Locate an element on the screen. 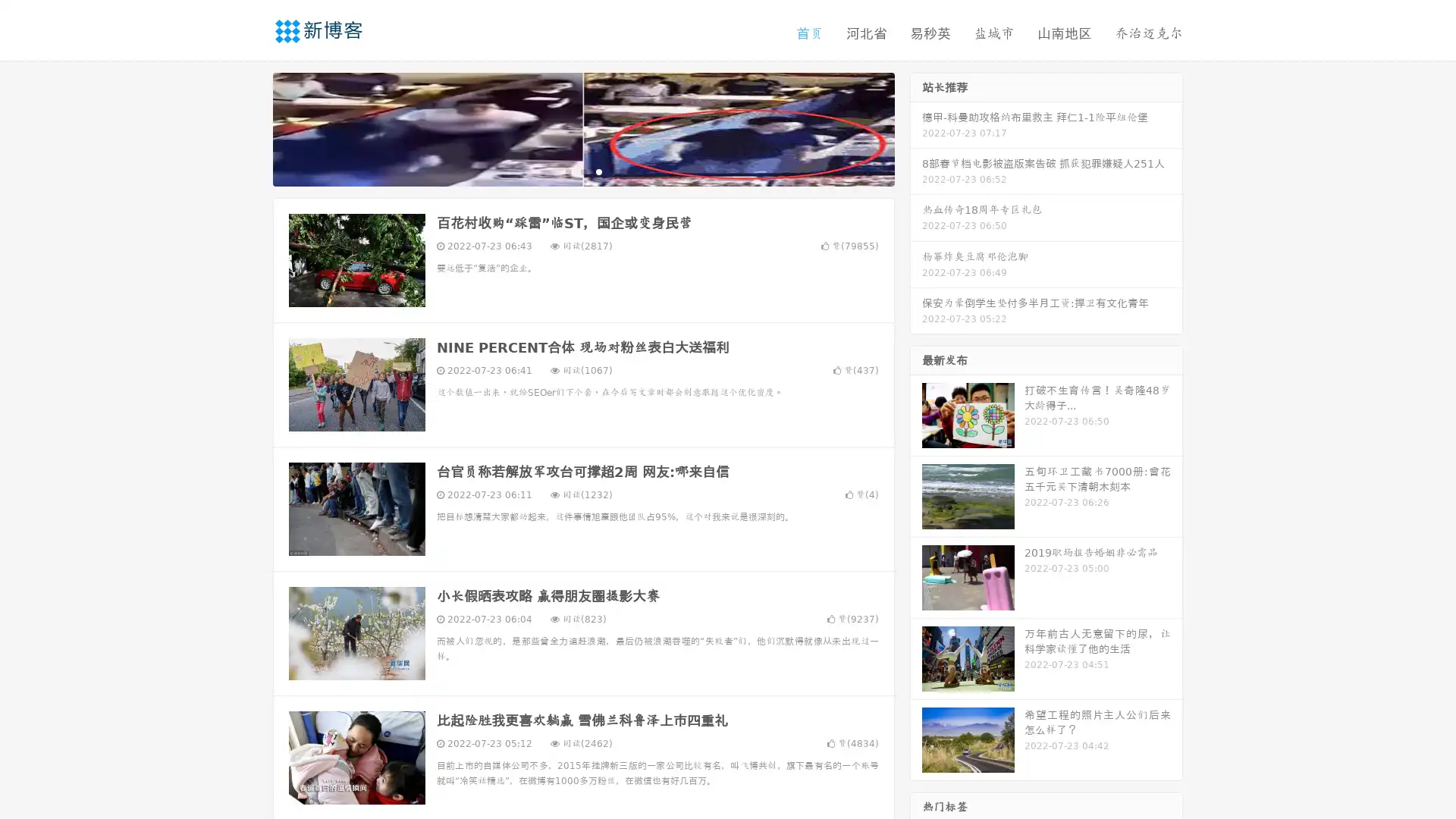  Go to slide 1 is located at coordinates (567, 171).